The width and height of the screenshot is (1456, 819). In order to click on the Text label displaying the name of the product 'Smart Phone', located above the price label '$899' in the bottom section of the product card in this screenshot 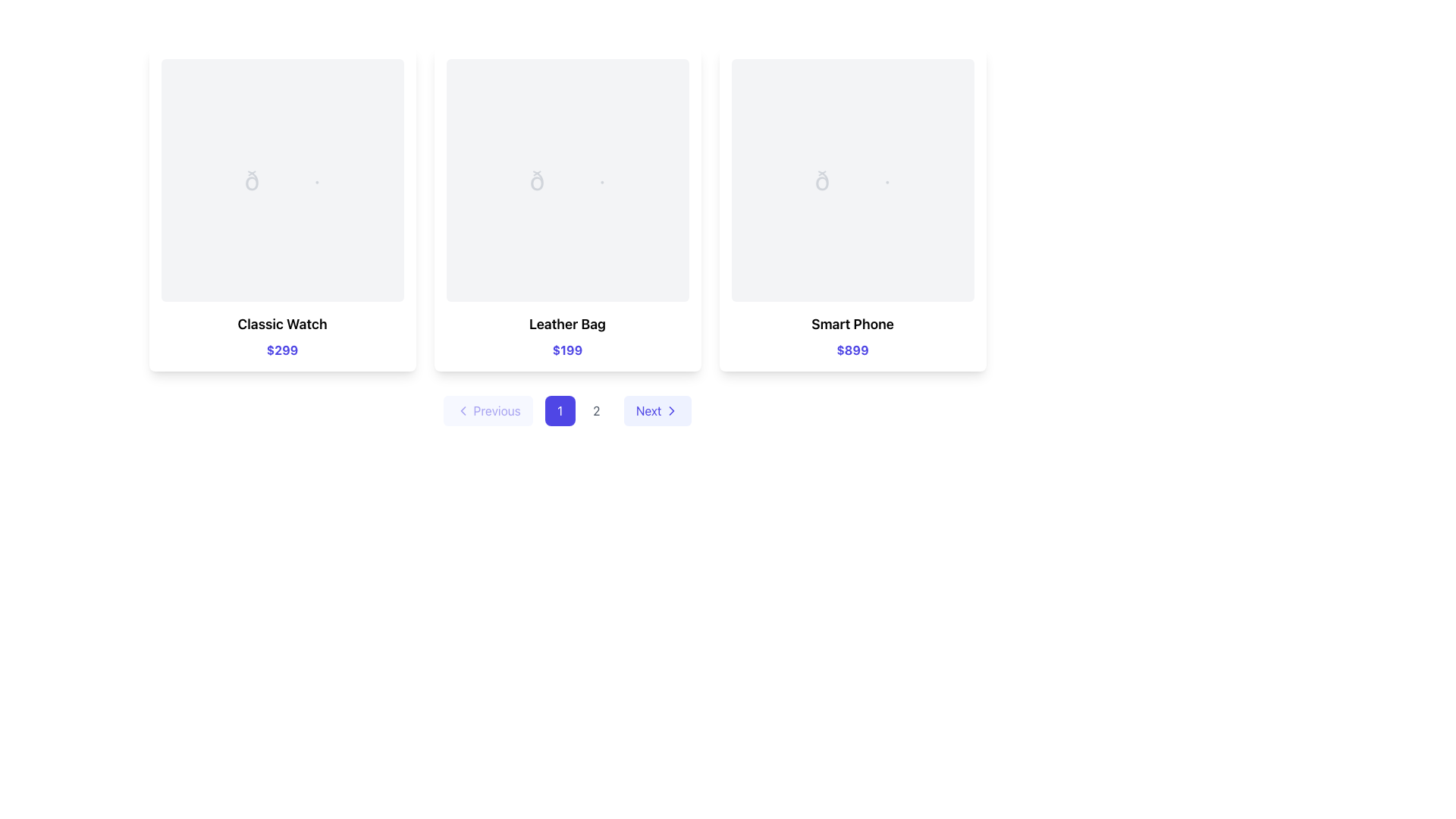, I will do `click(852, 324)`.